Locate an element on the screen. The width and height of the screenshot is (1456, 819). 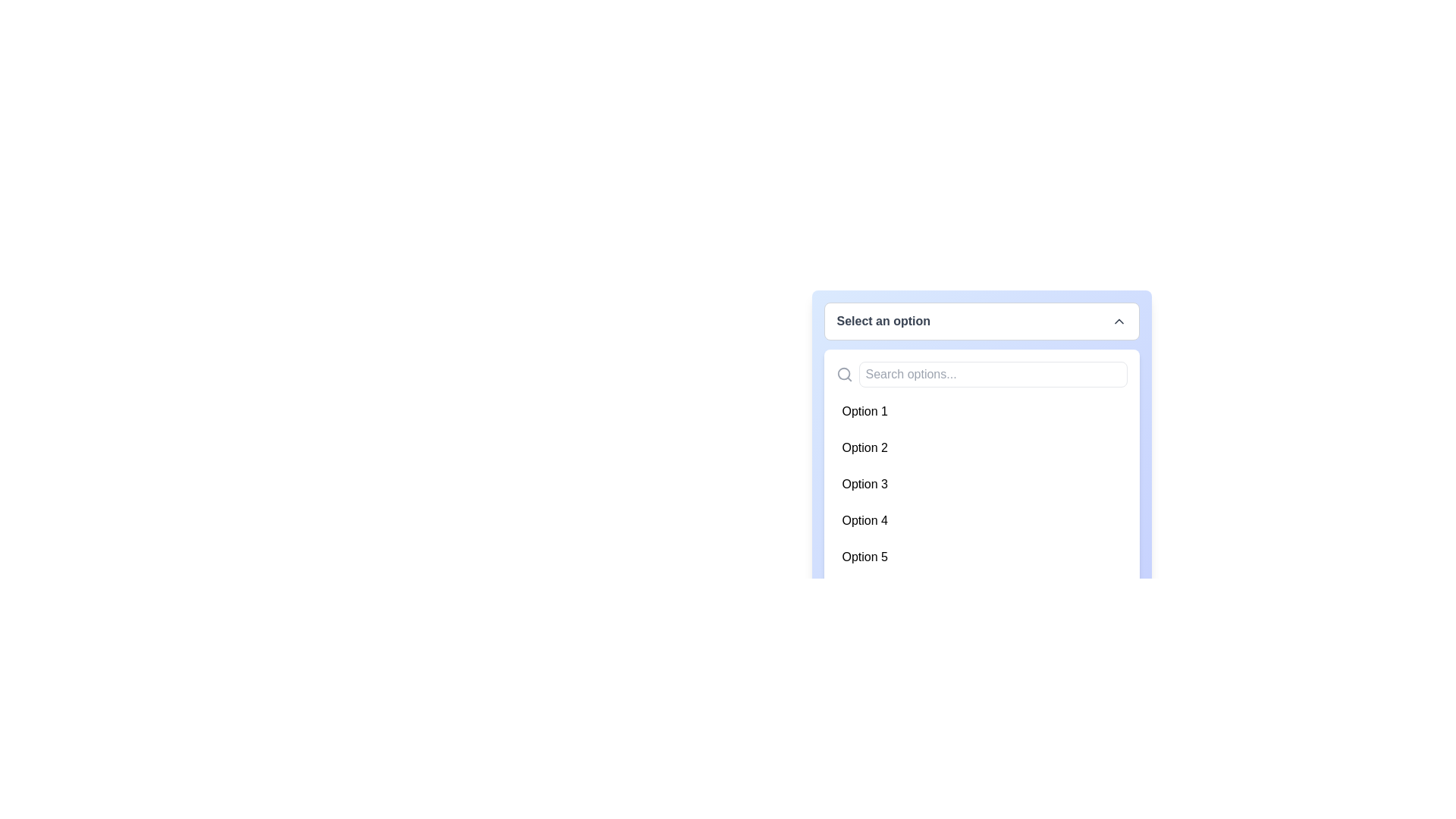
the 'Option 4' Text item in the dropdown menu is located at coordinates (864, 519).